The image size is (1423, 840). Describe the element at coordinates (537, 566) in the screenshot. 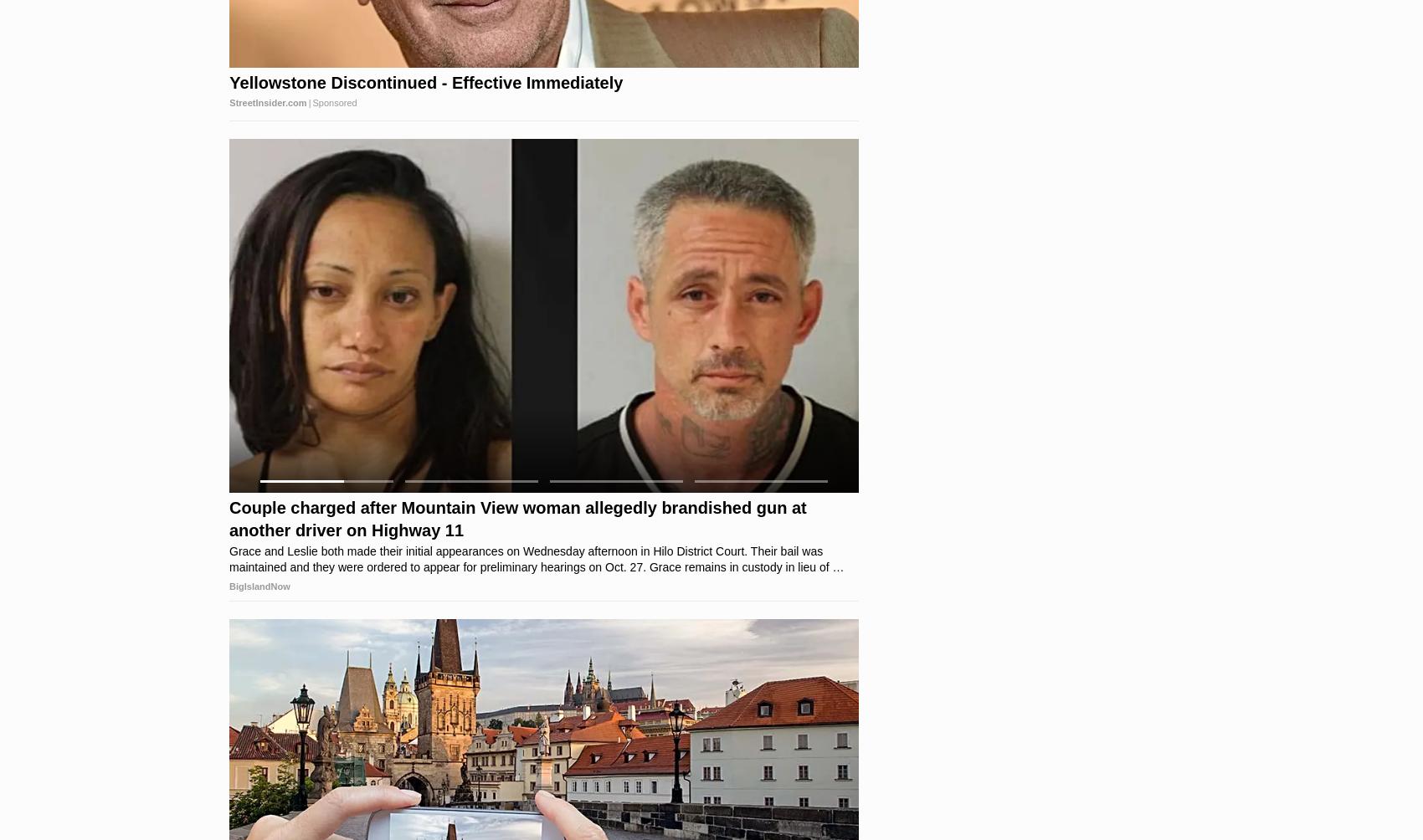

I see `'Charges stem from a domestic dispute that occurred on the 73-4000 block of Hawai‘i Belt Road in Kona early Sunday morning. Charges stem from a domestic dispute that occurred on the 73-4000 block of Hawai‘i Belt Road in Kona early Sunday morning.'` at that location.